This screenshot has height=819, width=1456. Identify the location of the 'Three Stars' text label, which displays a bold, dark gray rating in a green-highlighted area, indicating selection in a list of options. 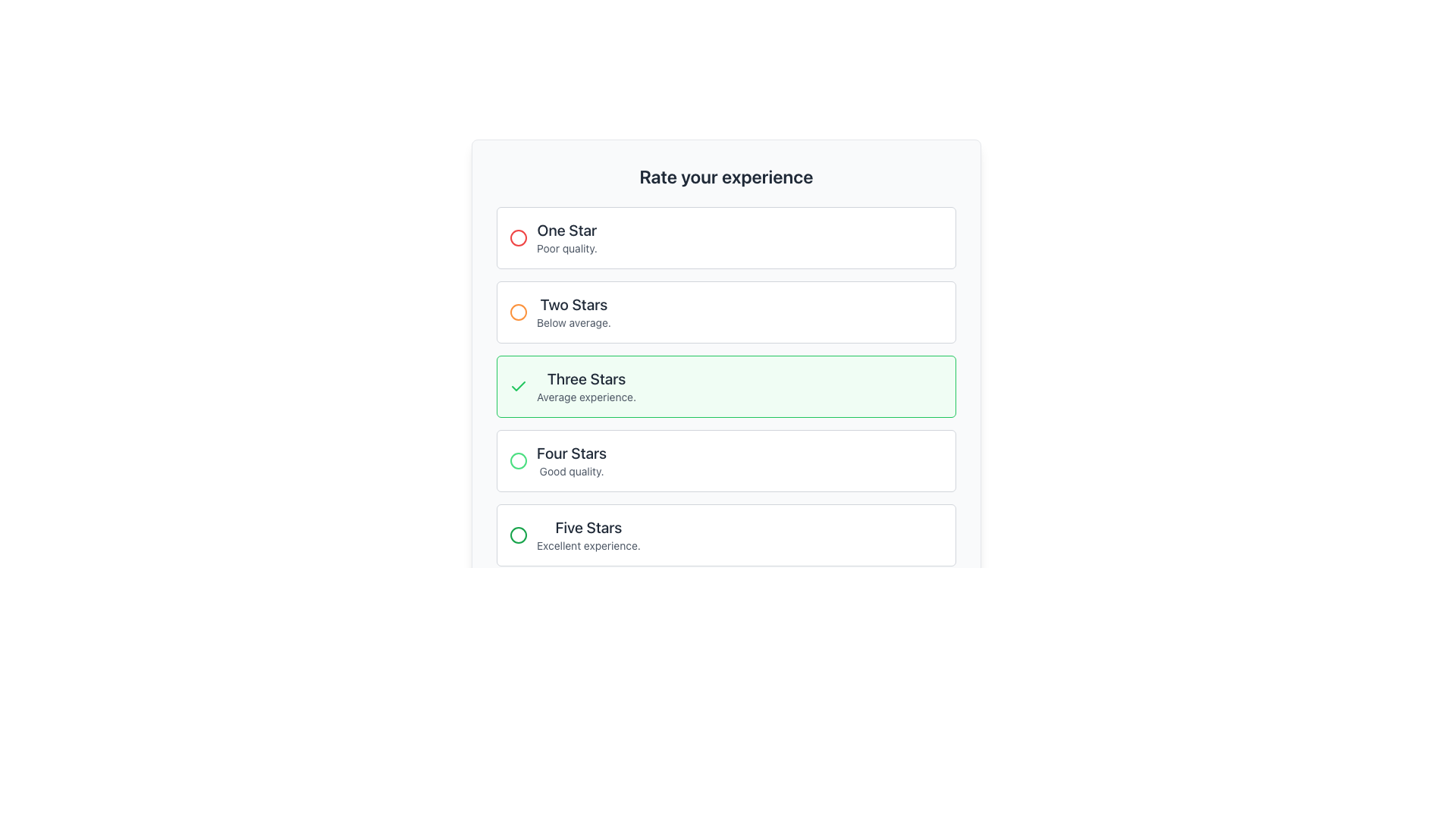
(585, 378).